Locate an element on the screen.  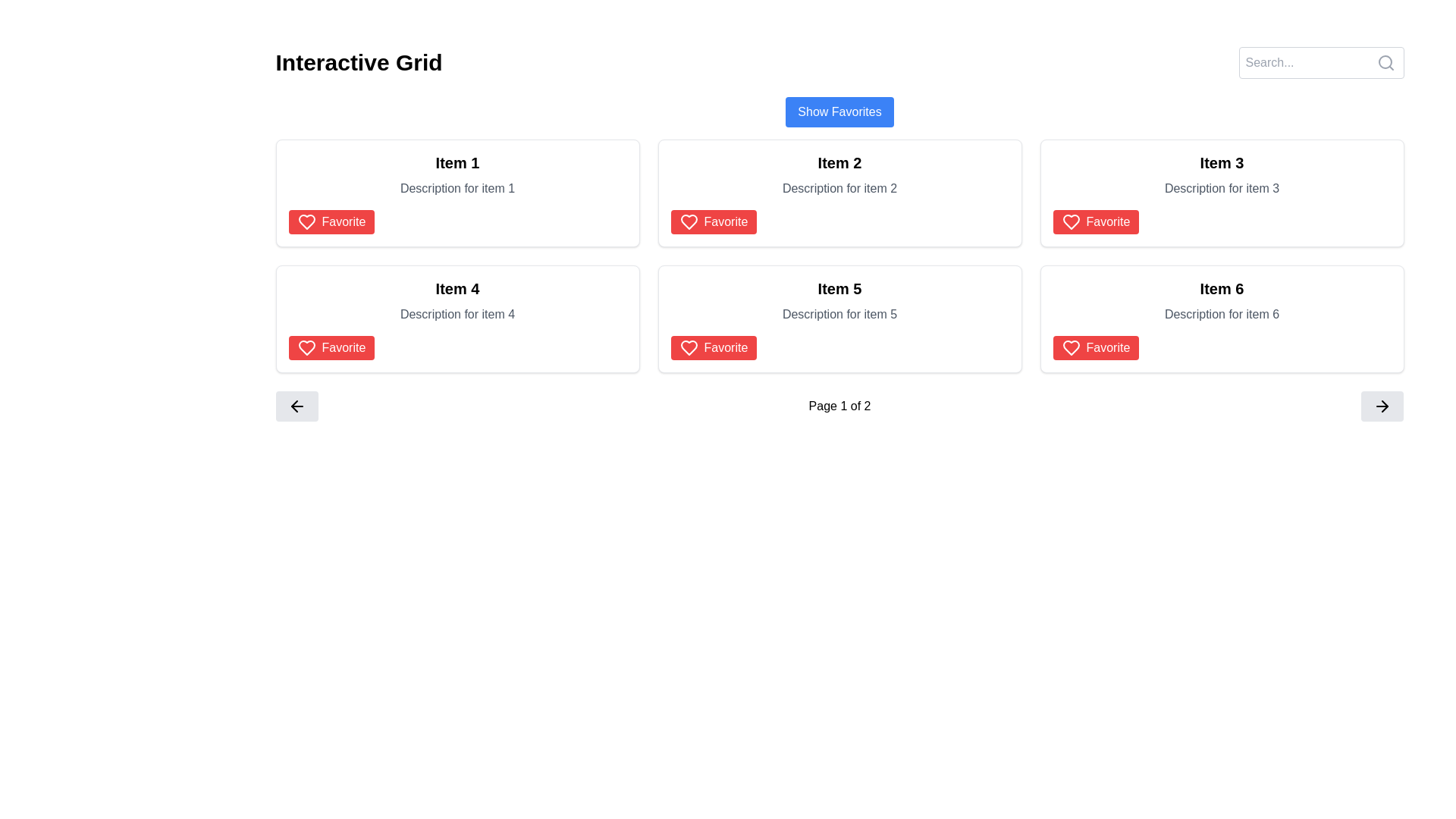
the button located in the bottom left of the card labeled 'Item 3' to mark the item as a favorite is located at coordinates (1096, 222).